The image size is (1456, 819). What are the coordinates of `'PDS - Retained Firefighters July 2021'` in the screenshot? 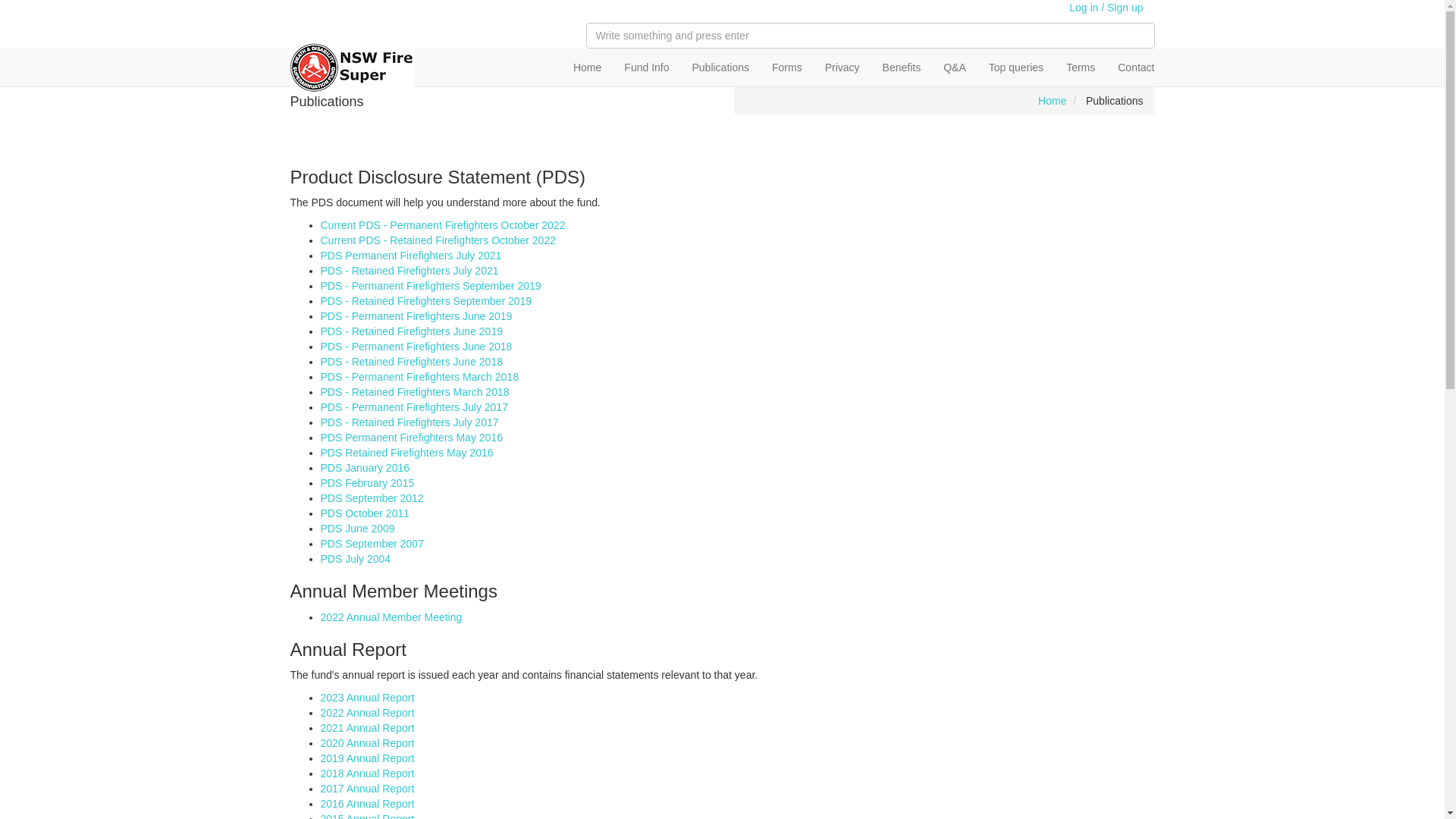 It's located at (409, 270).